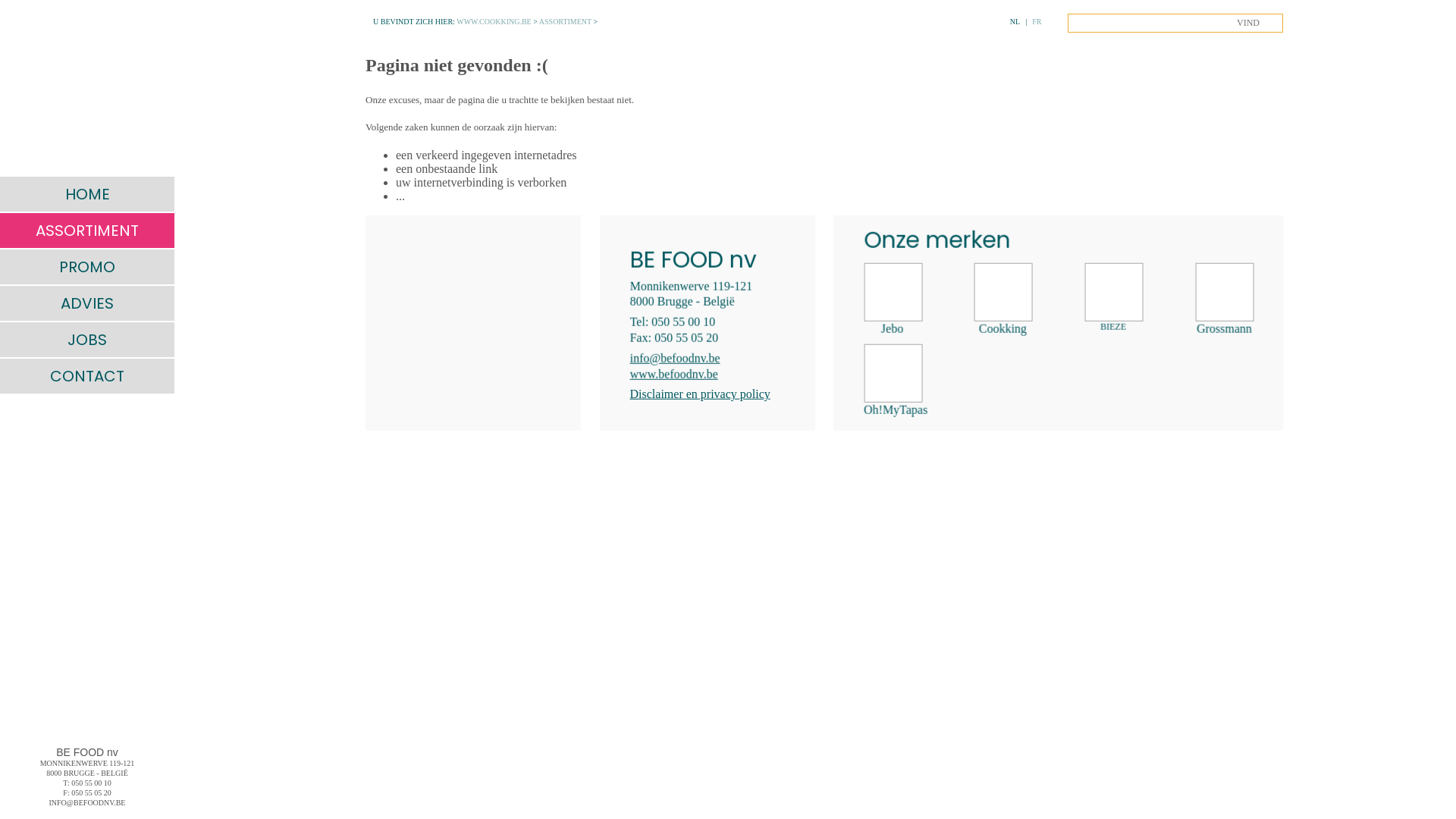  What do you see at coordinates (674, 357) in the screenshot?
I see `'info@befoodnv.be'` at bounding box center [674, 357].